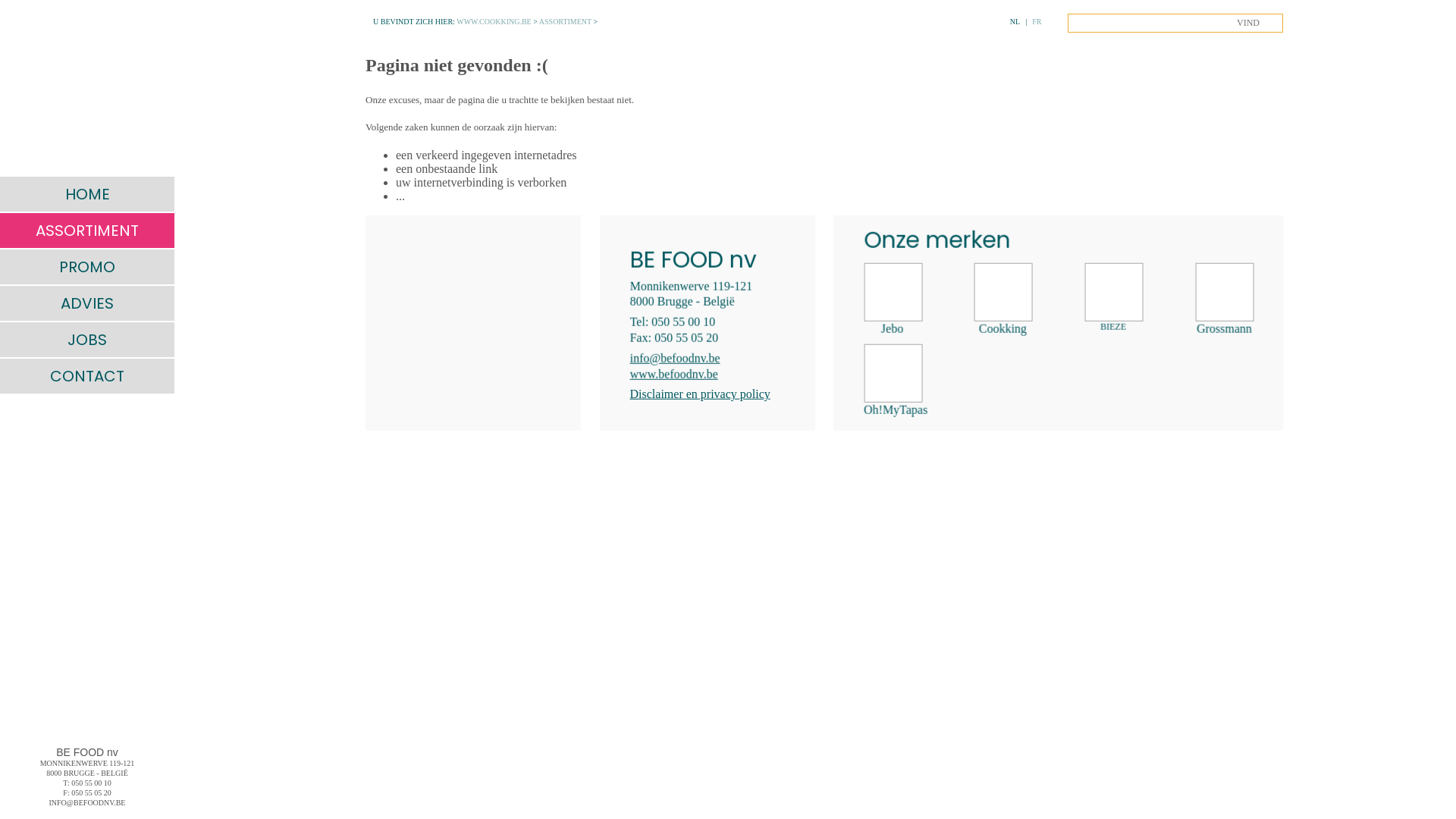  What do you see at coordinates (674, 357) in the screenshot?
I see `'info@befoodnv.be'` at bounding box center [674, 357].